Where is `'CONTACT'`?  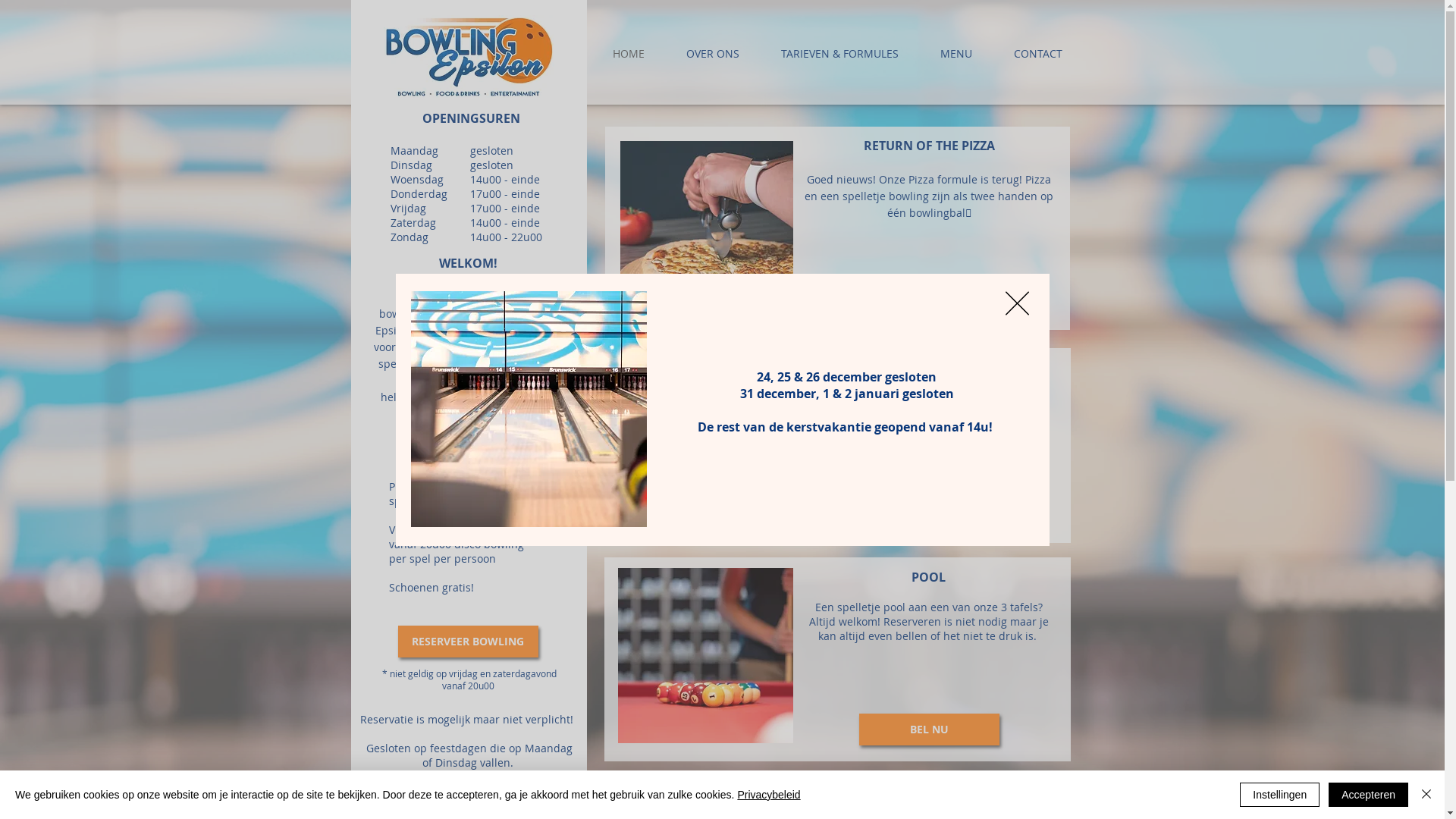 'CONTACT' is located at coordinates (1037, 52).